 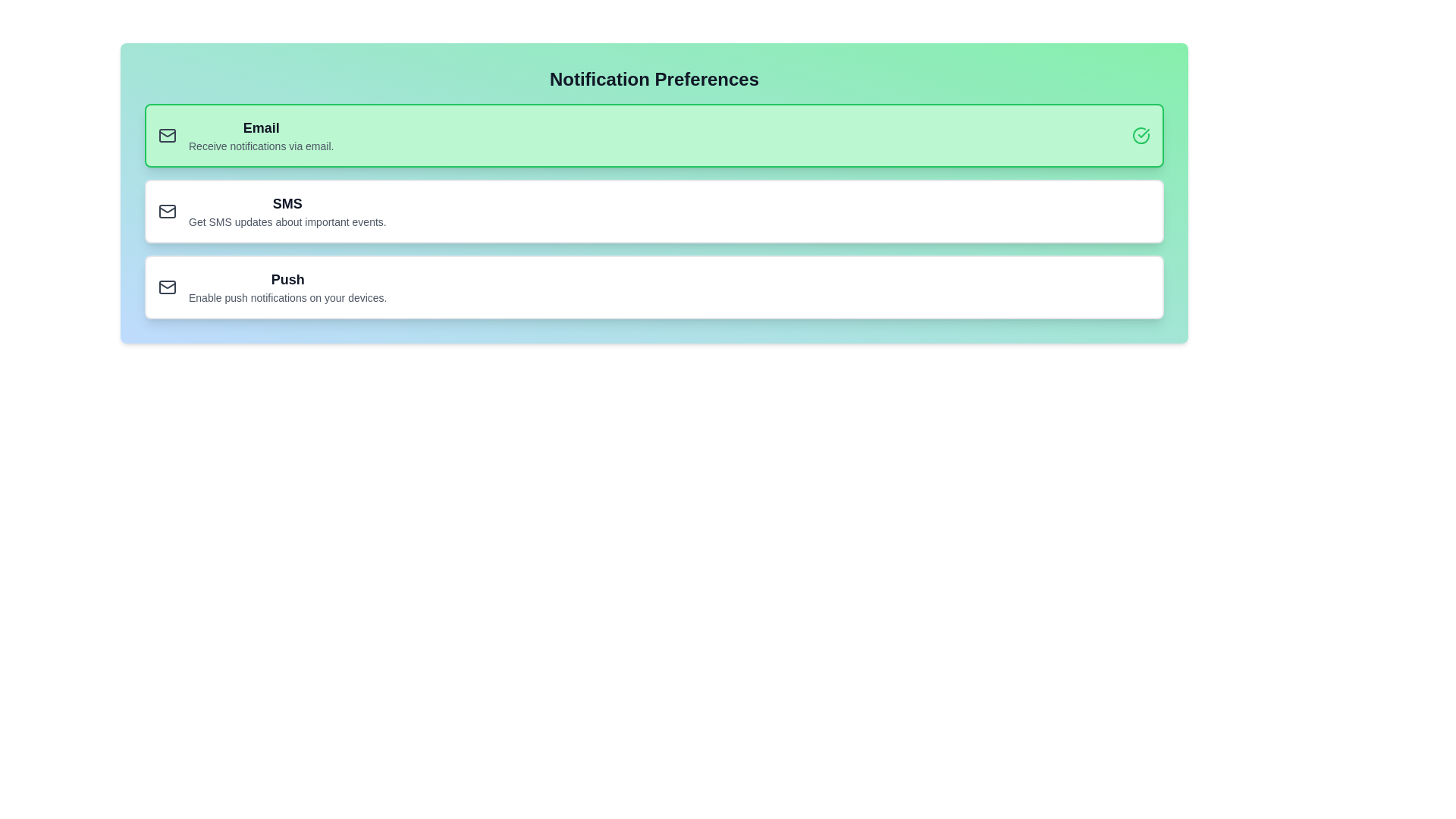 I want to click on the envelope icon representing SMS notification settings, which is located in the second section of the list, to the left of the text 'SMS', so click(x=167, y=211).